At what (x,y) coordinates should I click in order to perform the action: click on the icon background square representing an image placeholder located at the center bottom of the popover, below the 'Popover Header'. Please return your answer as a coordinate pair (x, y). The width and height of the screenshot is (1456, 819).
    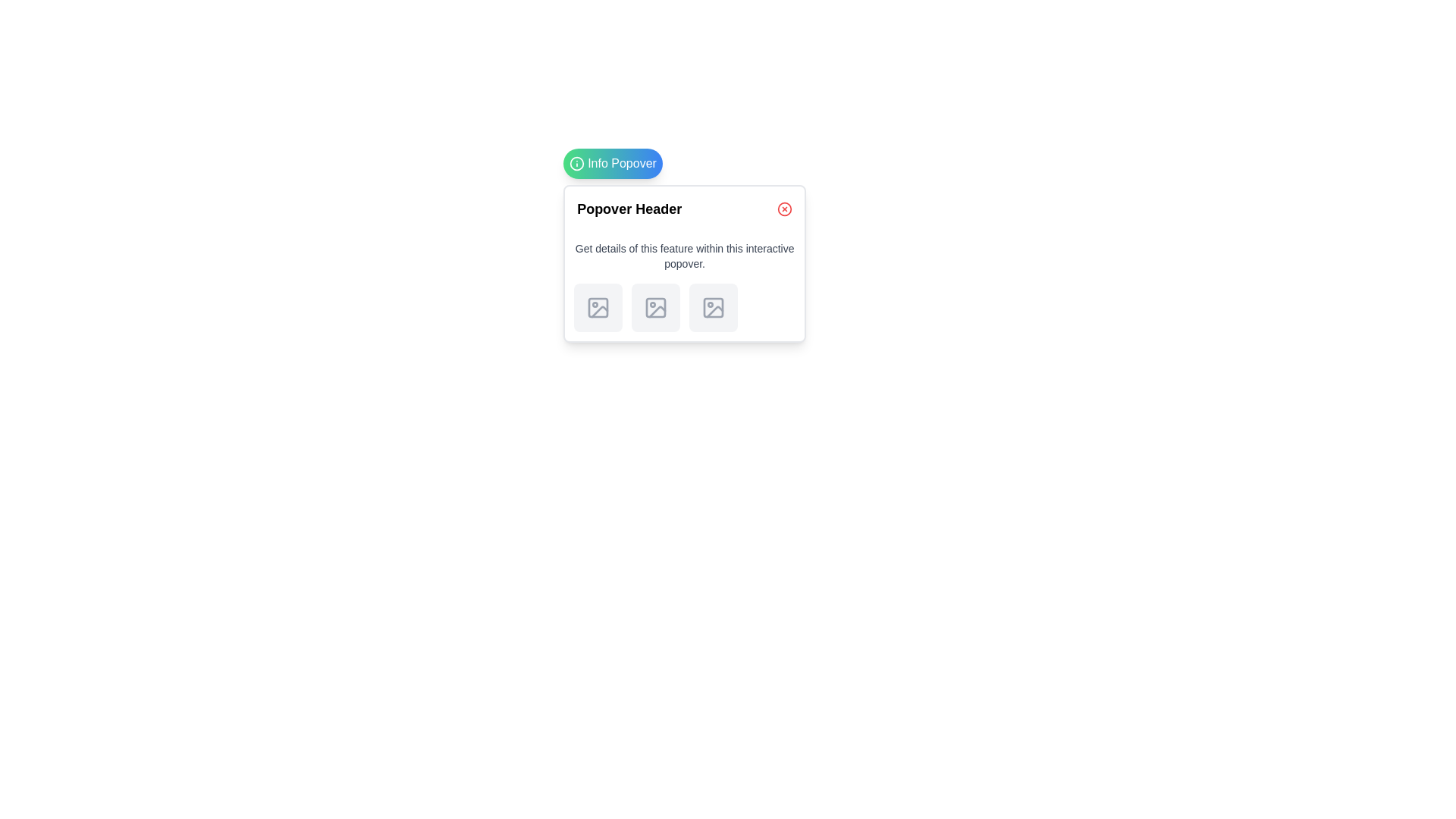
    Looking at the image, I should click on (598, 307).